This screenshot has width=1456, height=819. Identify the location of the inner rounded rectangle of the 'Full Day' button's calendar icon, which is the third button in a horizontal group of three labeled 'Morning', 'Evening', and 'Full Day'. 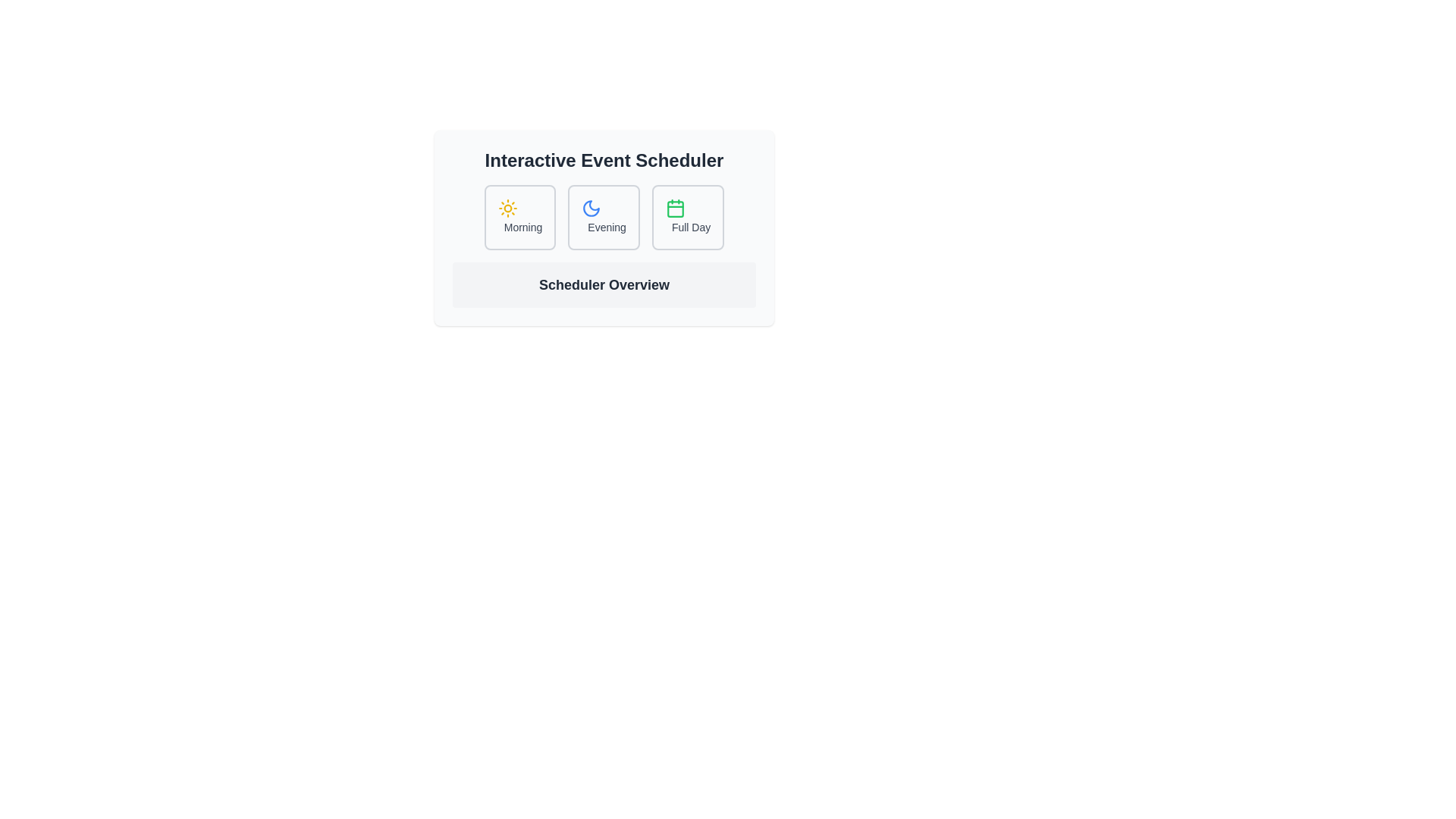
(674, 209).